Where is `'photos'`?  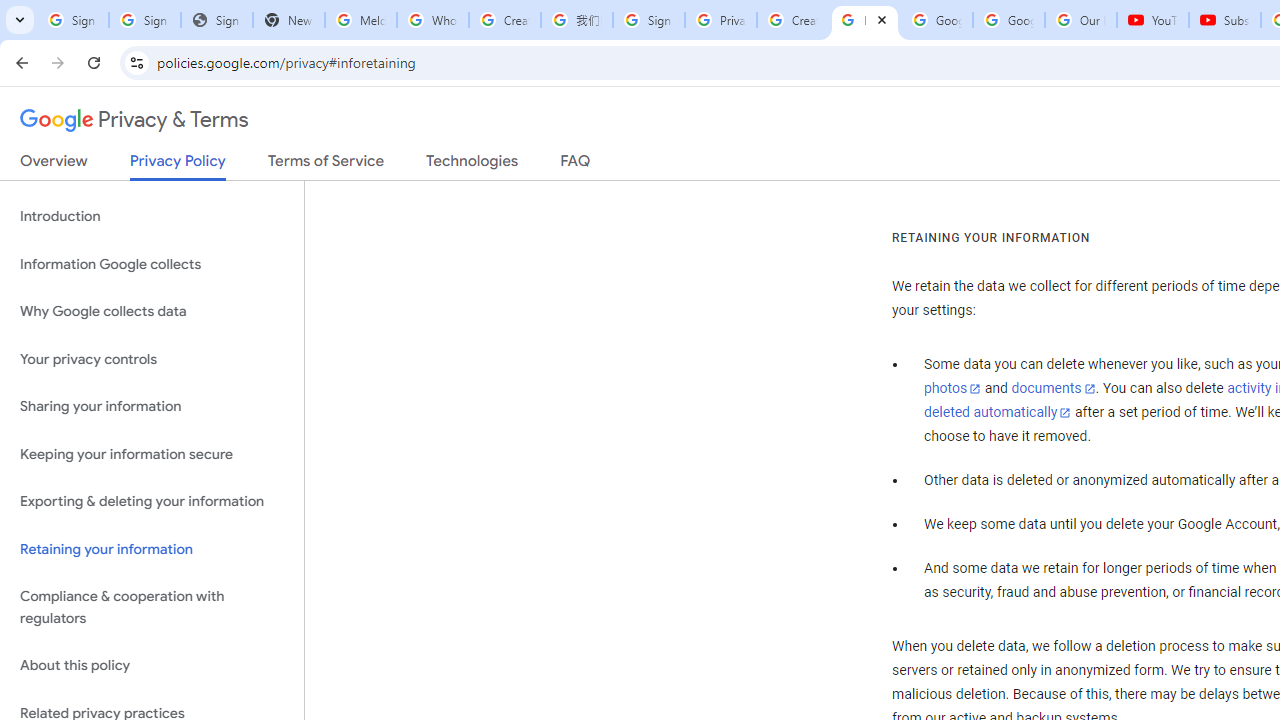
'photos' is located at coordinates (951, 389).